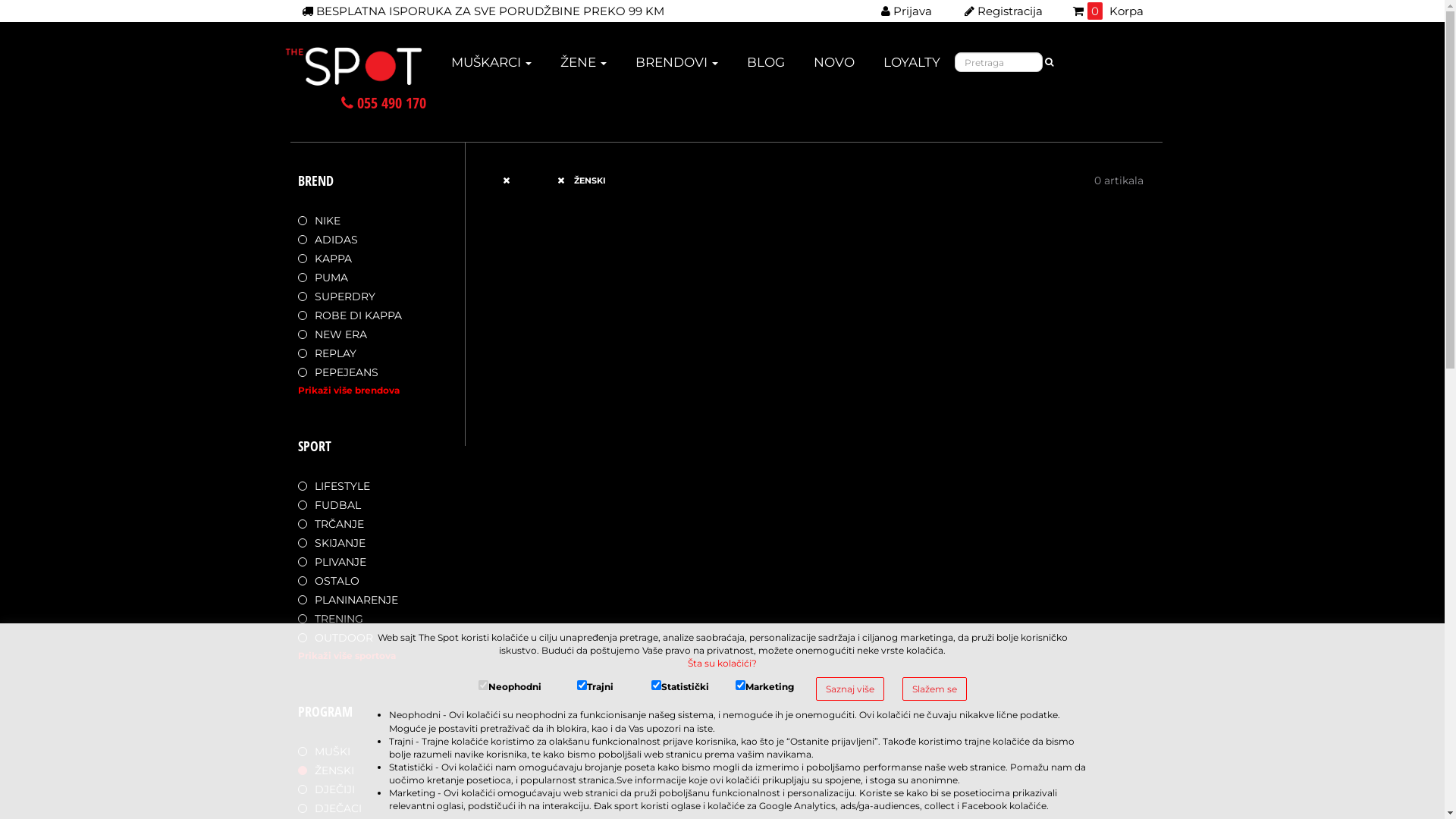 The width and height of the screenshot is (1456, 819). Describe the element at coordinates (956, 11) in the screenshot. I see `'Registracija'` at that location.